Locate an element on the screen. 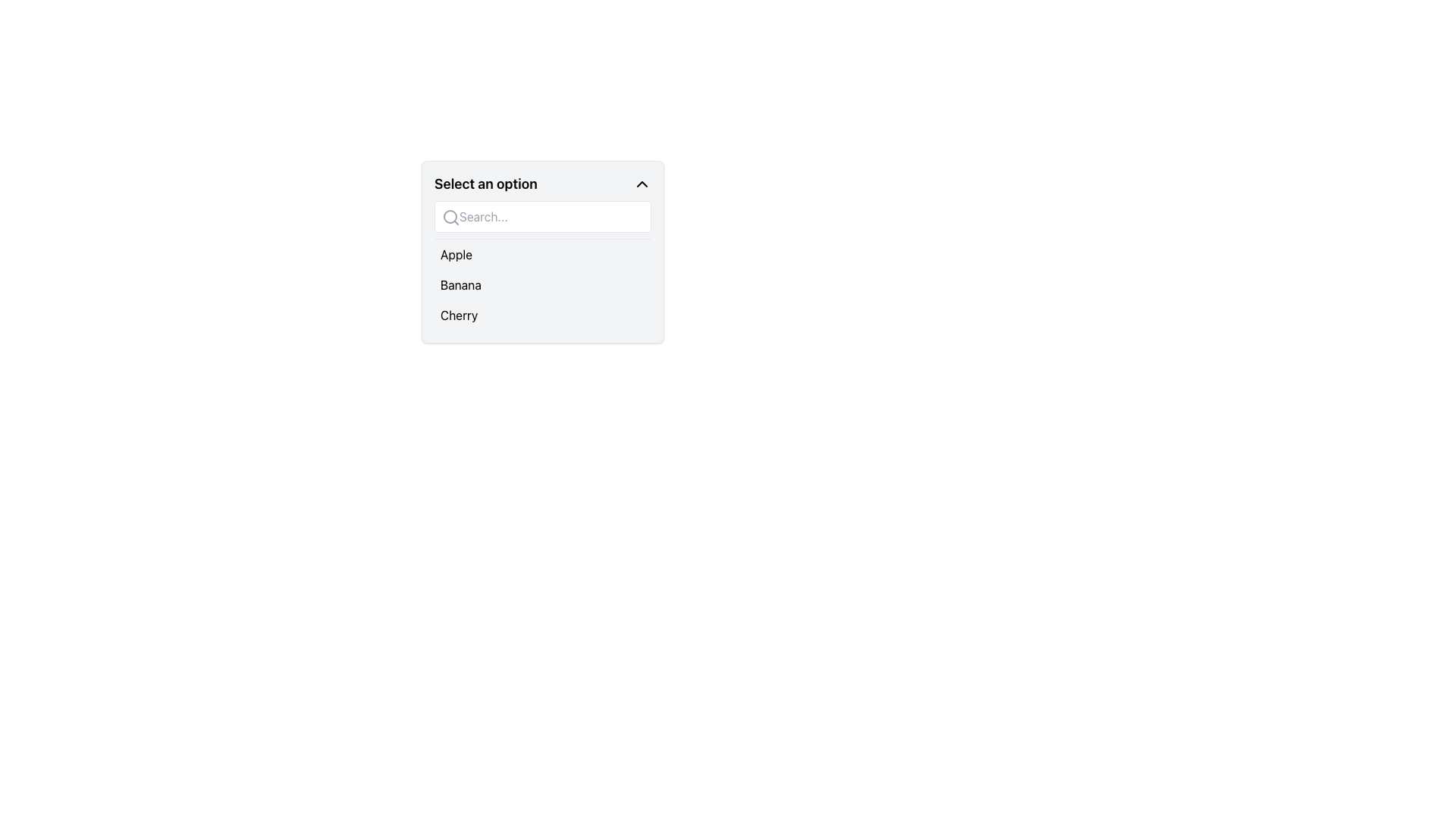 The height and width of the screenshot is (819, 1456). the upward-pointing chevron icon, which is located at the far right of the dropdown header is located at coordinates (642, 184).